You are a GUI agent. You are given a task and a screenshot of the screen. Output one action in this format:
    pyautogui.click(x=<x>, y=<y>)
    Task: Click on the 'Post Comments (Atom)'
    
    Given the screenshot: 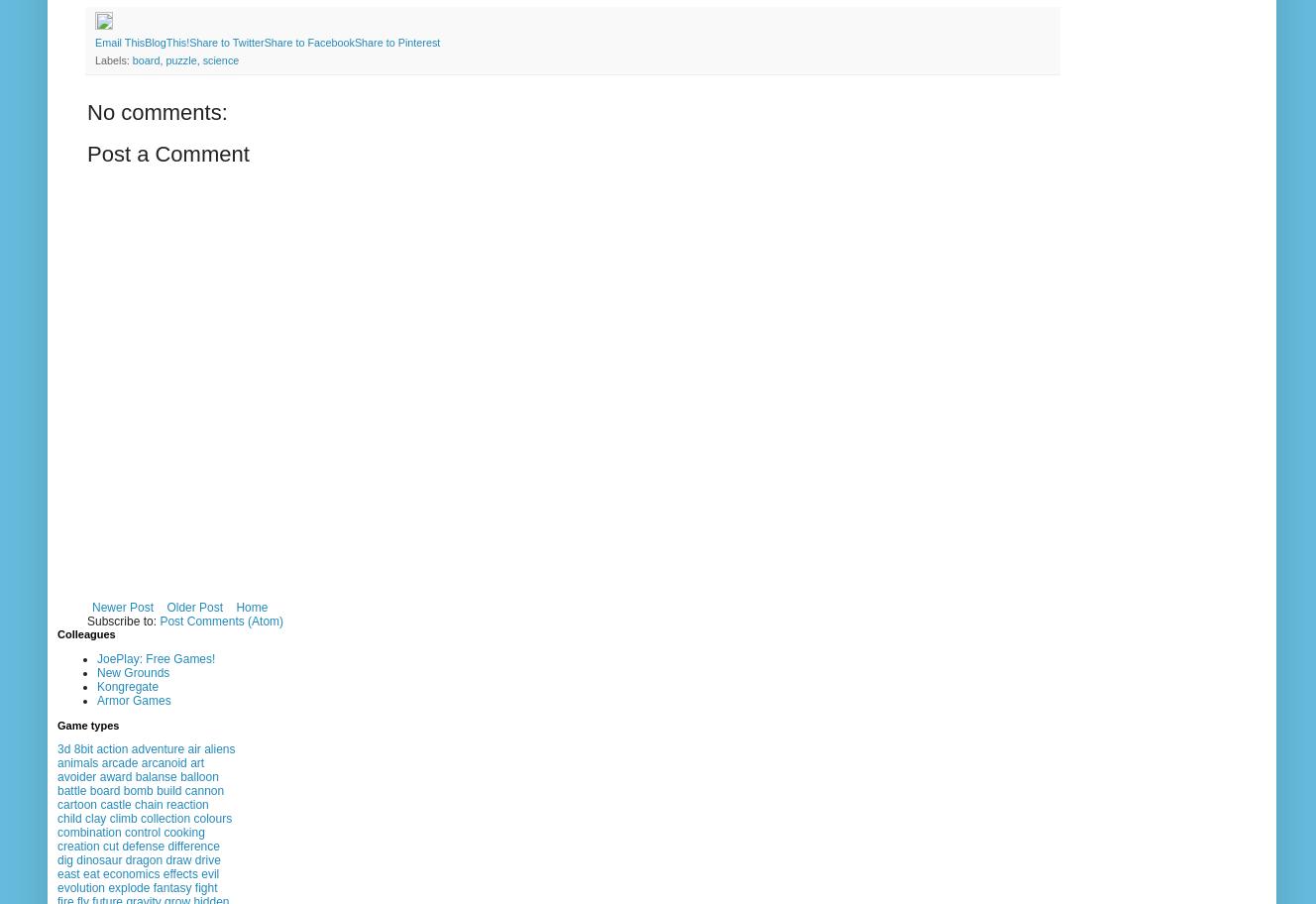 What is the action you would take?
    pyautogui.click(x=220, y=621)
    